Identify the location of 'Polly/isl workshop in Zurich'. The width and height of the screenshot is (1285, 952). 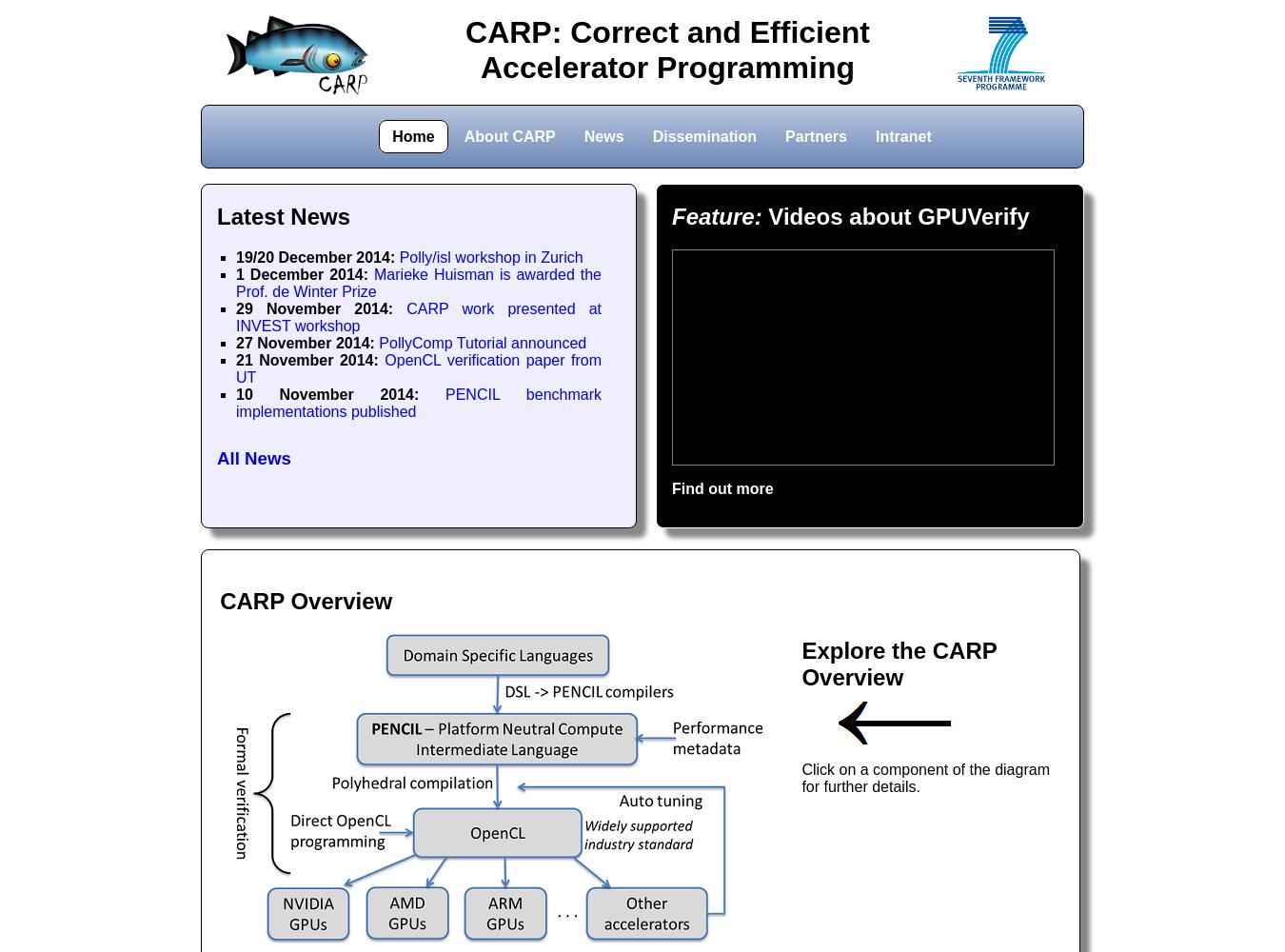
(489, 257).